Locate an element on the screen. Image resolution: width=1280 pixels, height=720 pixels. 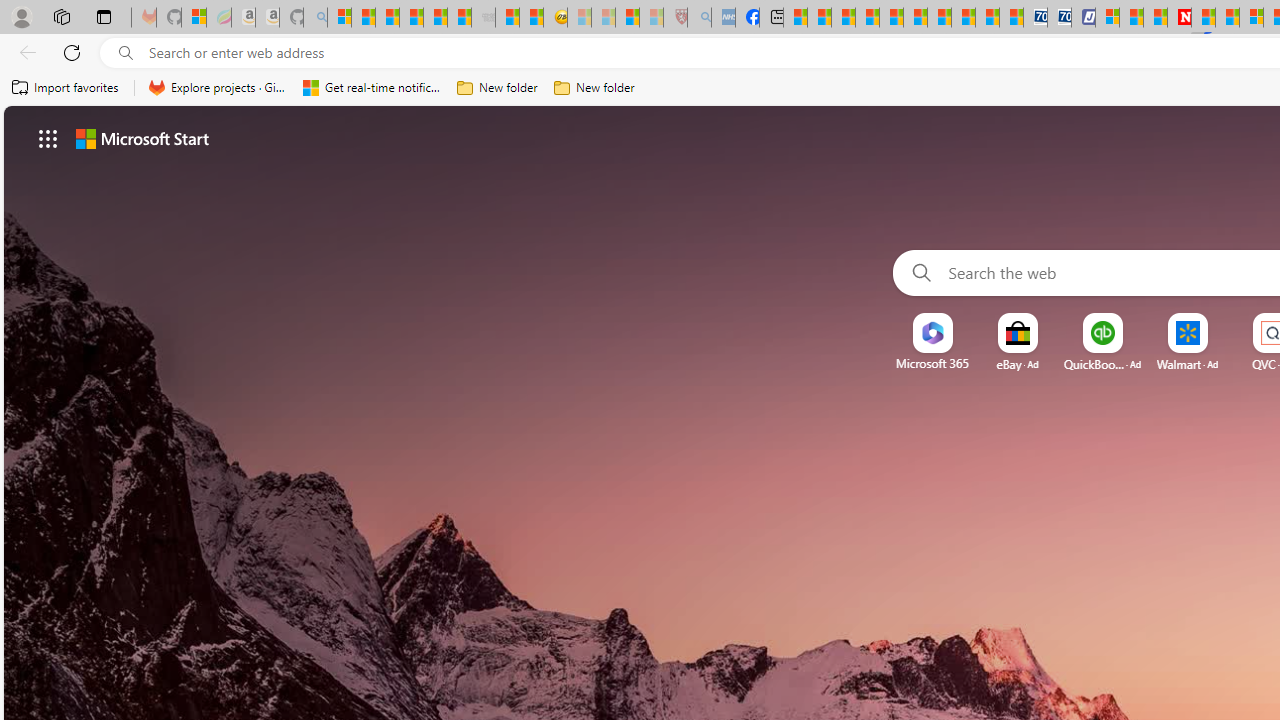
'Stocks - MSN' is located at coordinates (458, 17).